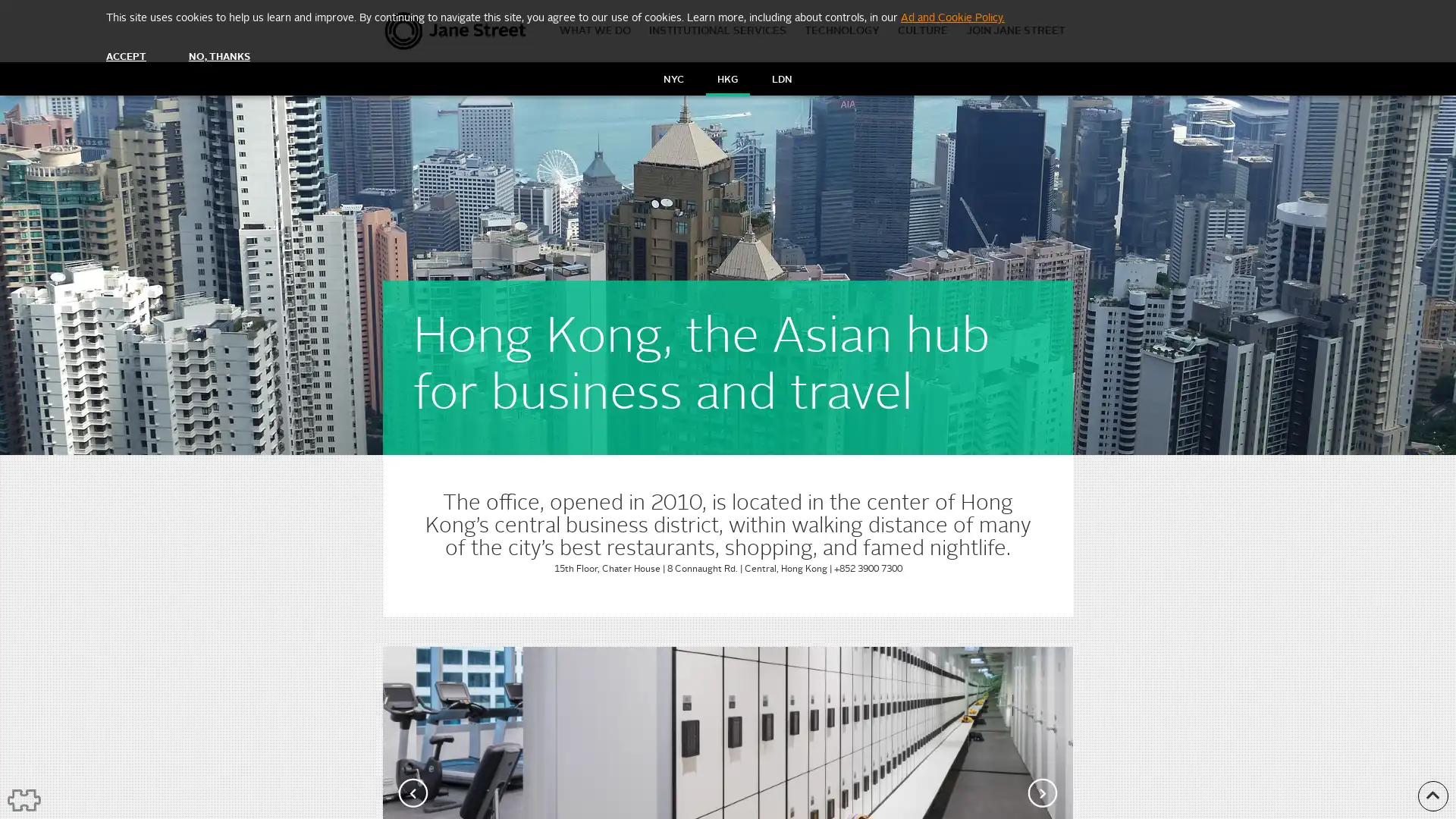 The image size is (1456, 819). I want to click on learn more about cookies, so click(952, 17).